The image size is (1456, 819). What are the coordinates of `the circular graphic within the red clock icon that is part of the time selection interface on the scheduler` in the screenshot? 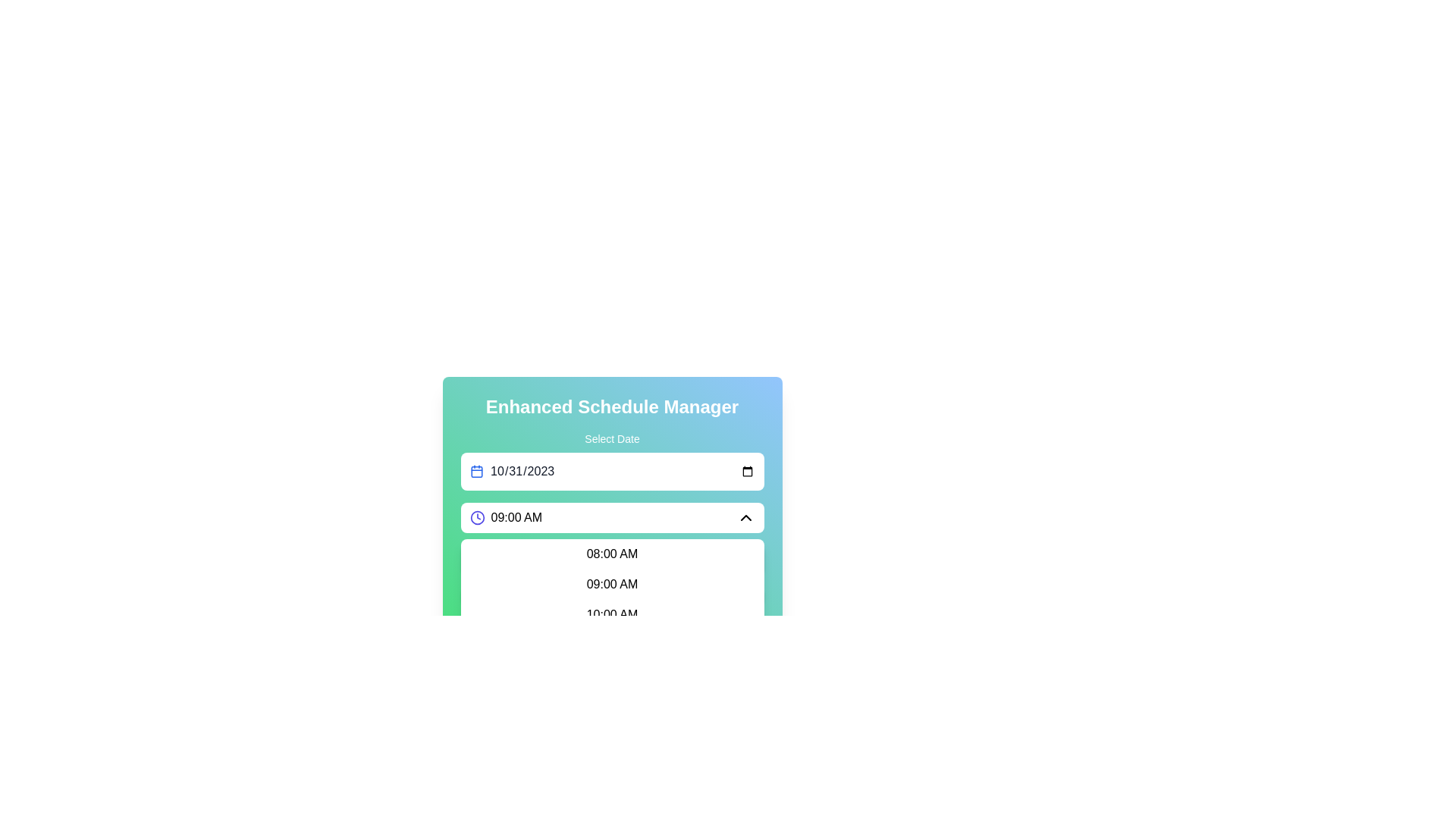 It's located at (476, 516).